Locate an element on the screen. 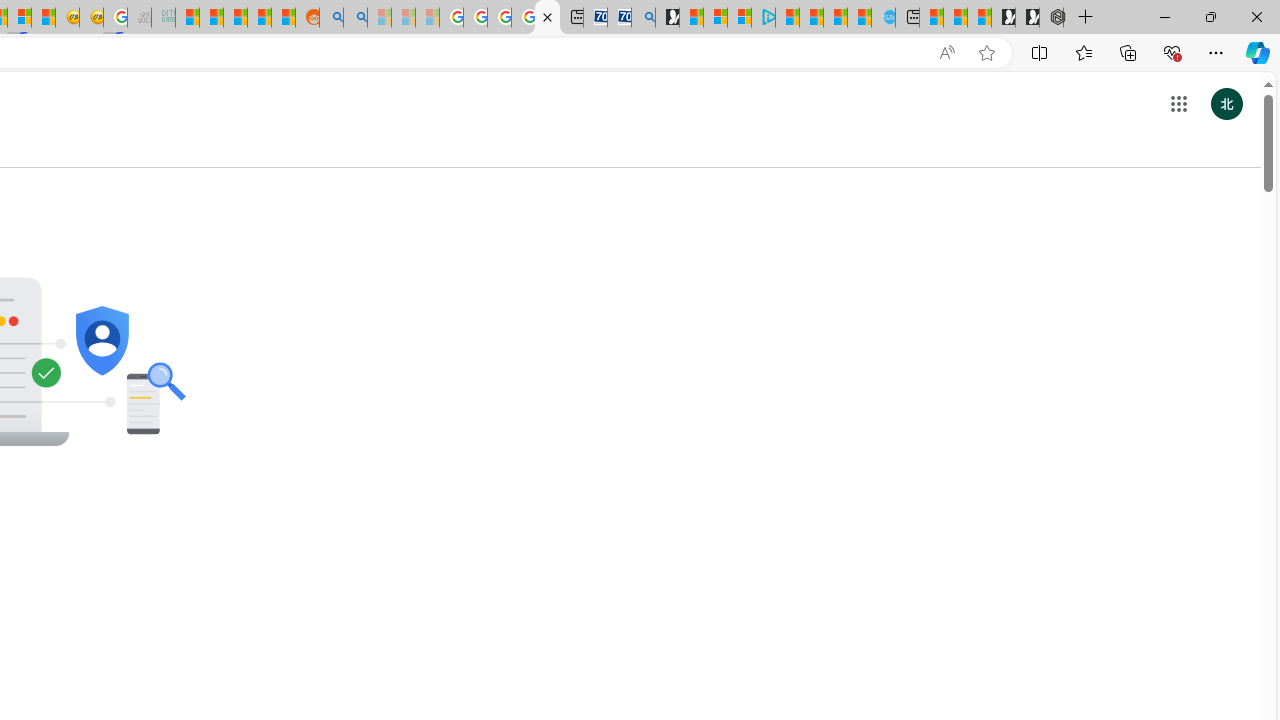 The height and width of the screenshot is (720, 1280). 'Cheap Car Rentals - Save70.com' is located at coordinates (618, 17).